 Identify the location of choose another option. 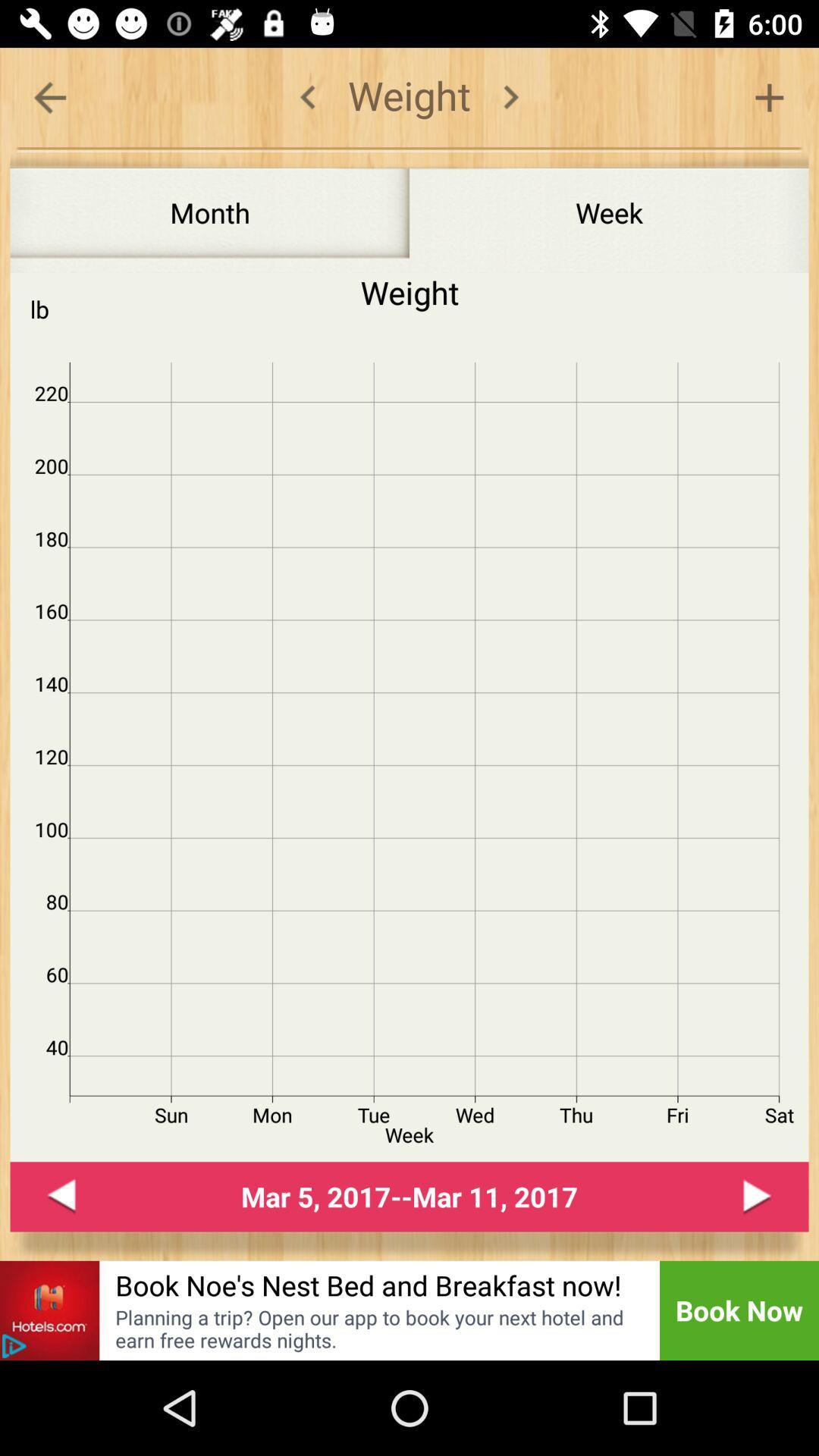
(769, 96).